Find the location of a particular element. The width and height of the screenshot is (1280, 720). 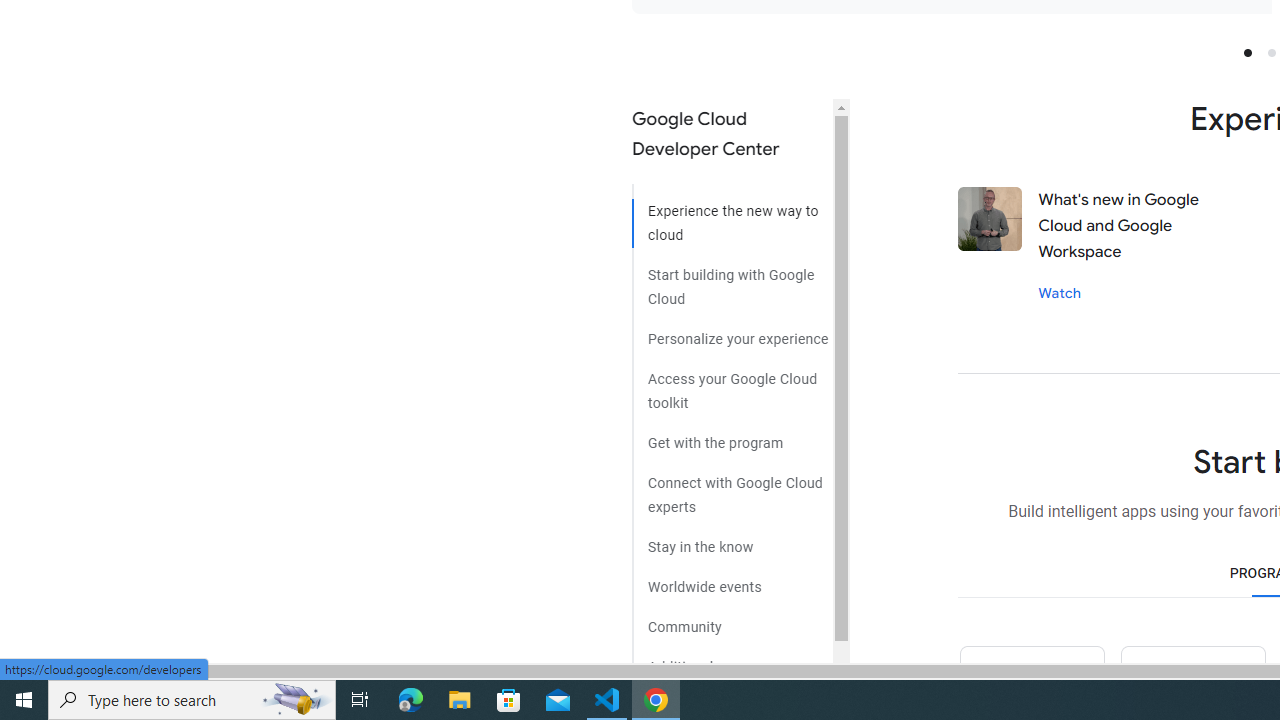

'Stay in the know' is located at coordinates (731, 540).